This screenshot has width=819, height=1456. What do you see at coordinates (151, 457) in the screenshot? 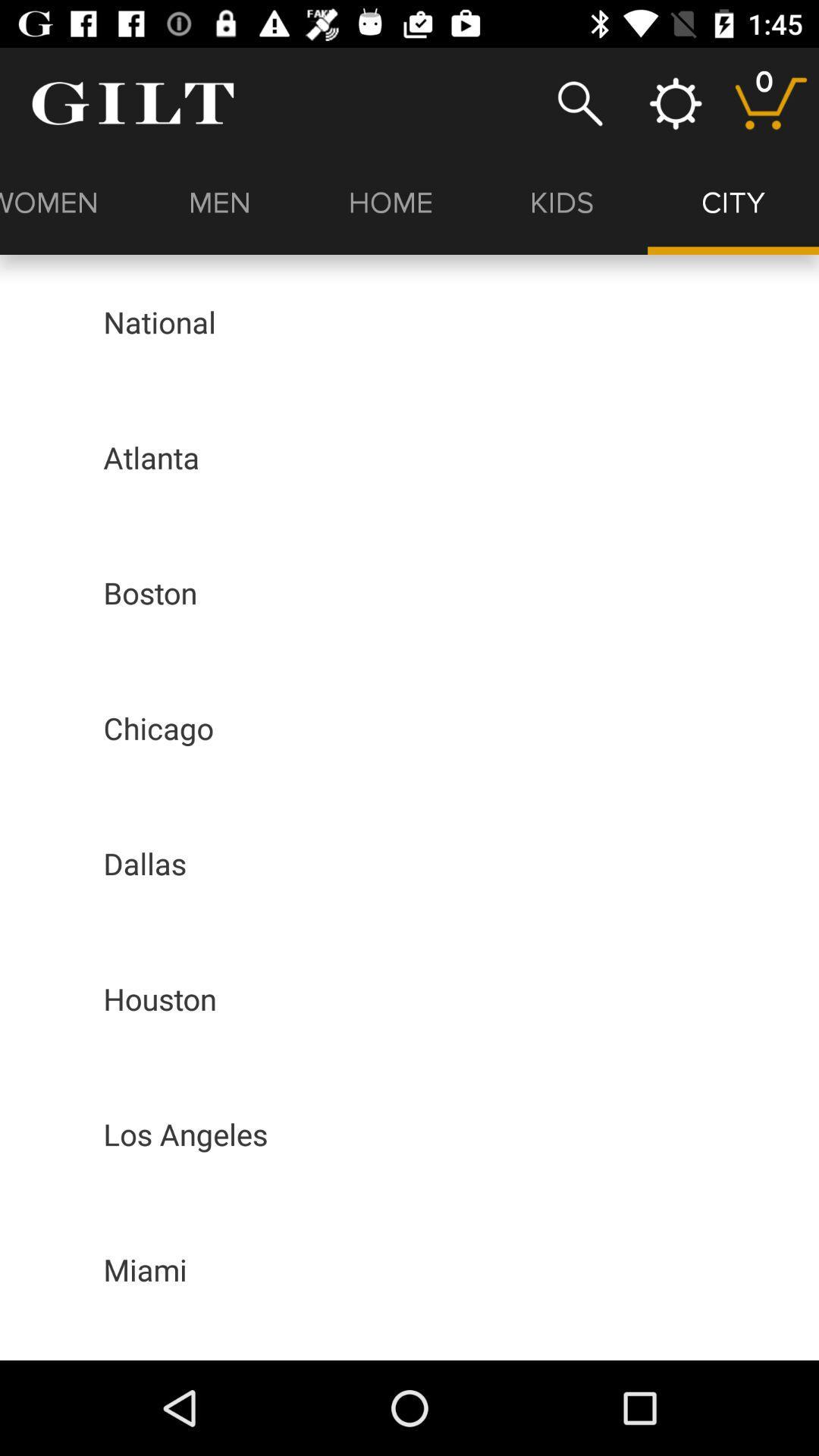
I see `app below the national` at bounding box center [151, 457].